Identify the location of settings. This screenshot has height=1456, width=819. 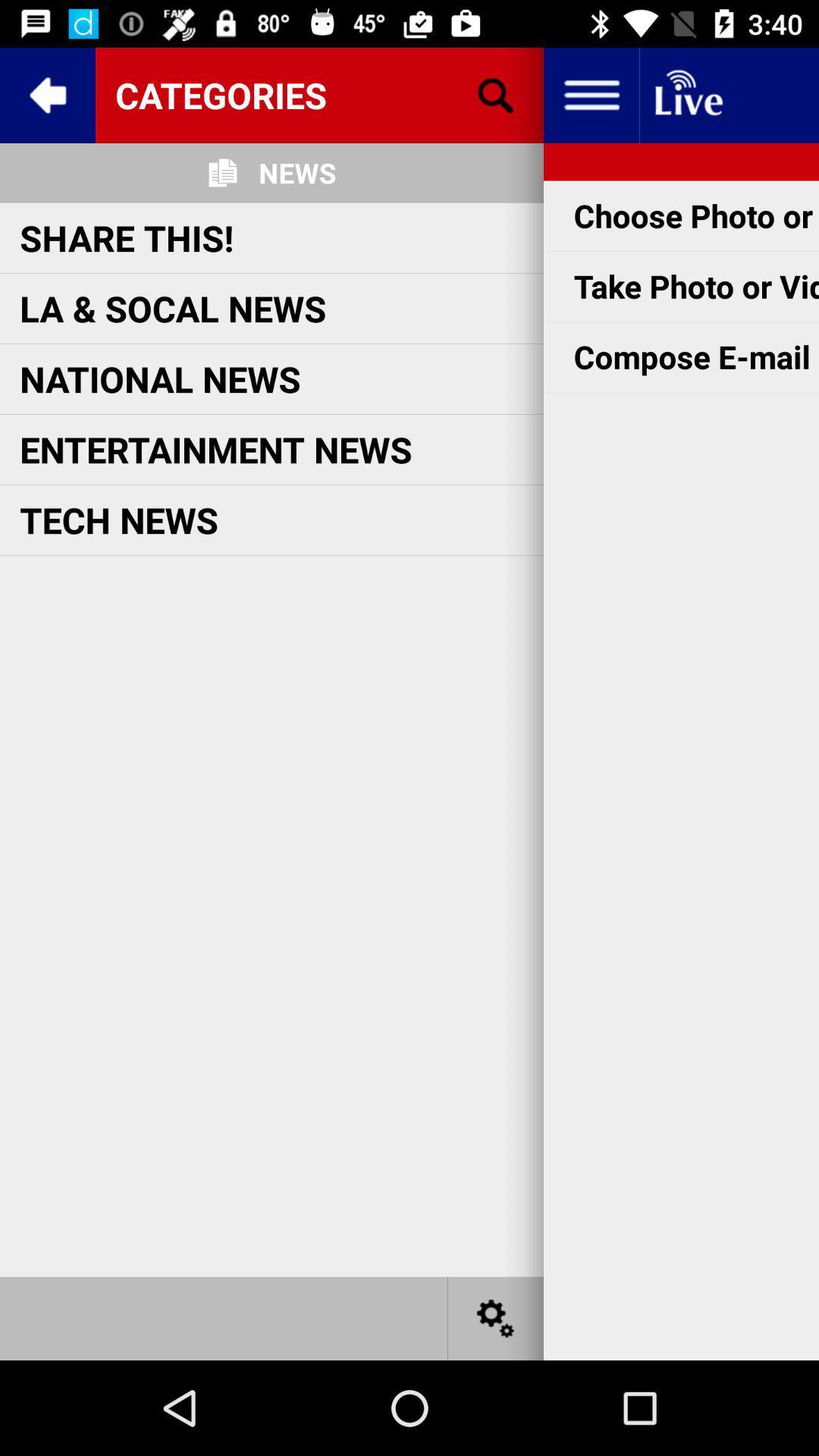
(496, 1317).